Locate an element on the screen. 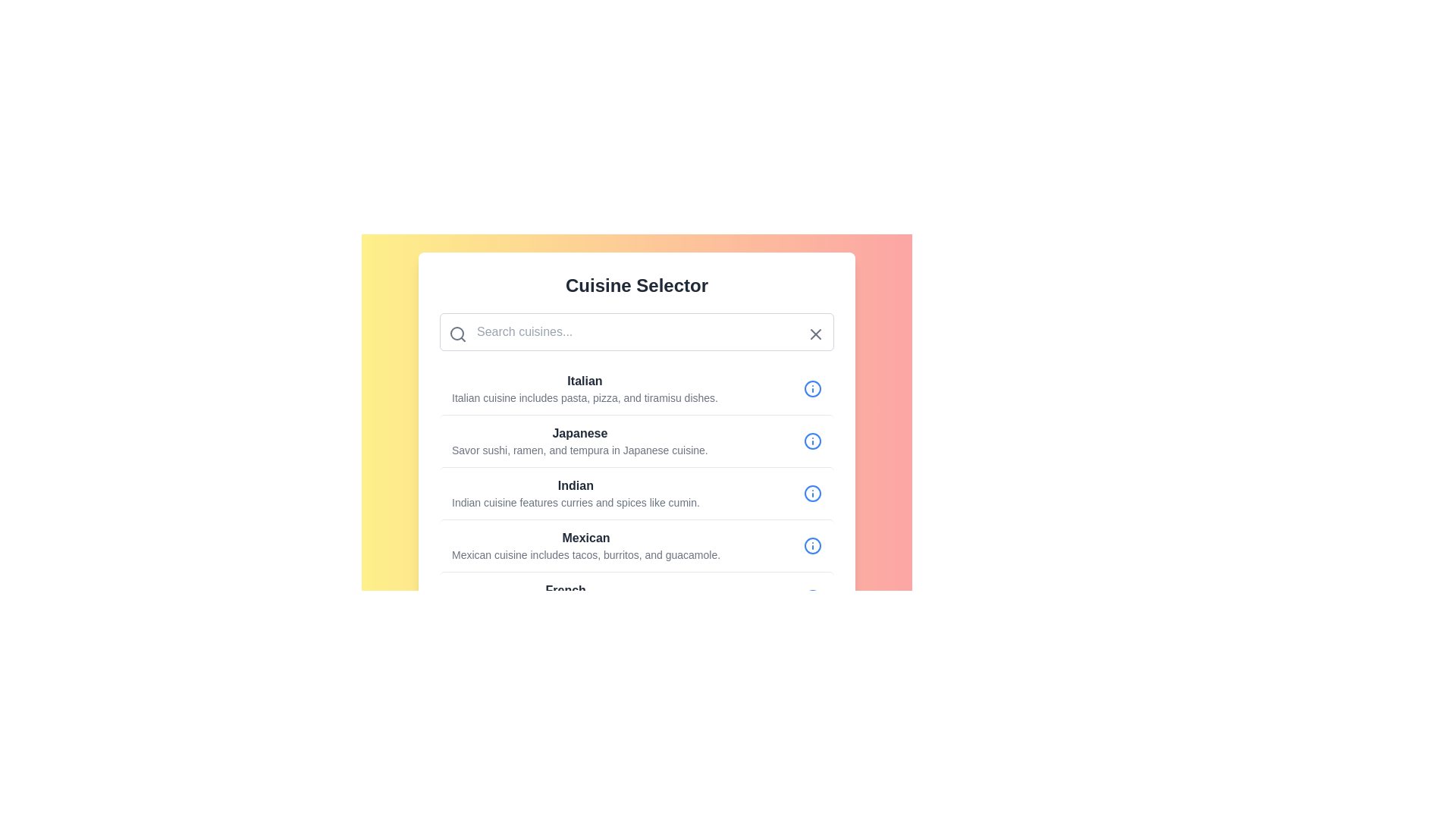 This screenshot has height=819, width=1456. the circular SVG component with a blue outline and white fill, which represents an information icon, located to the right of the text 'Savor sushi, ramen, and tempura in Japanese cuisine' is located at coordinates (811, 441).